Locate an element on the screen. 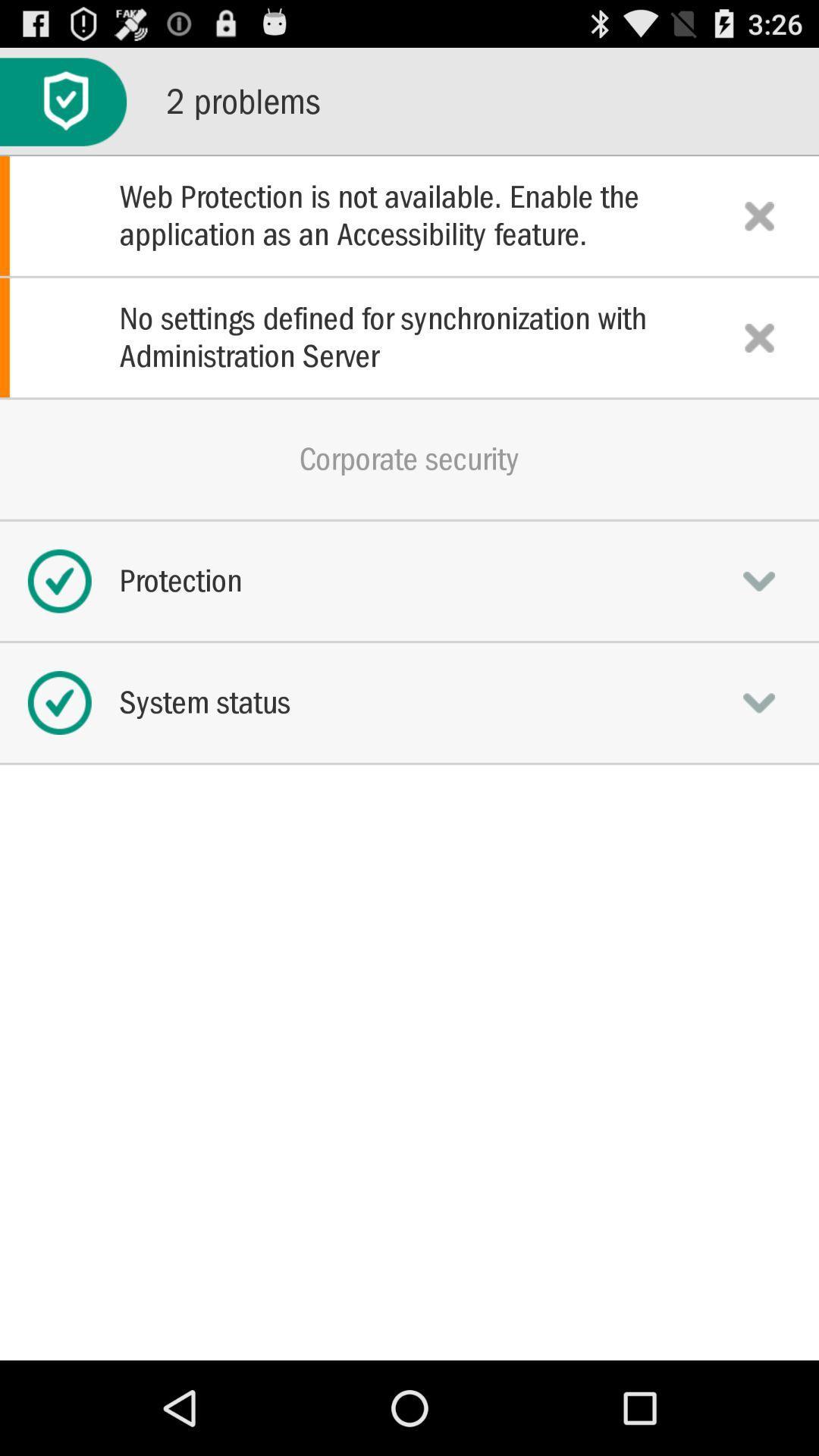 The image size is (819, 1456). the icon at the top left corner is located at coordinates (62, 101).